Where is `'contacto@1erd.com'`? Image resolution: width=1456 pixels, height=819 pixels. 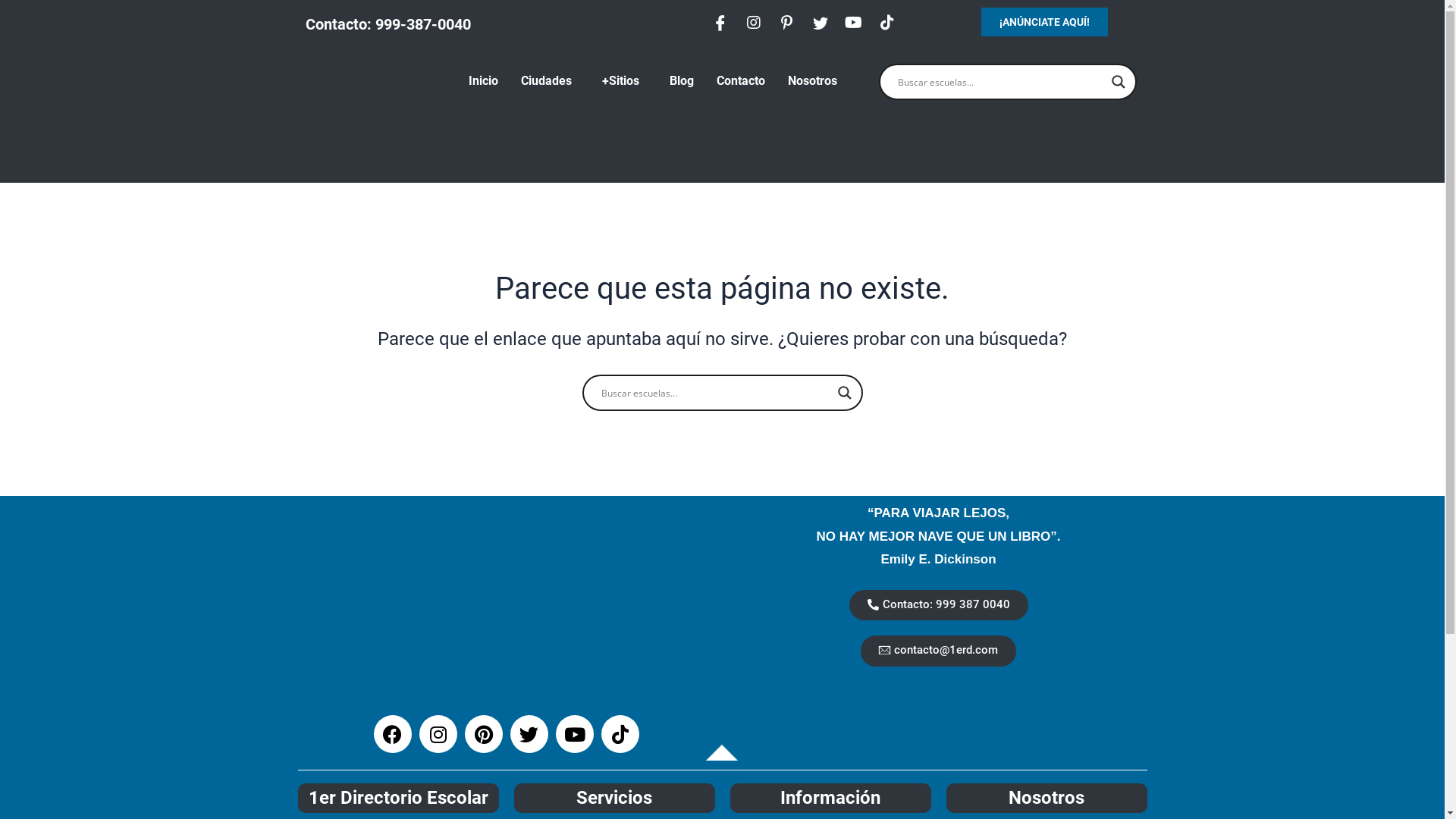 'contacto@1erd.com' is located at coordinates (937, 650).